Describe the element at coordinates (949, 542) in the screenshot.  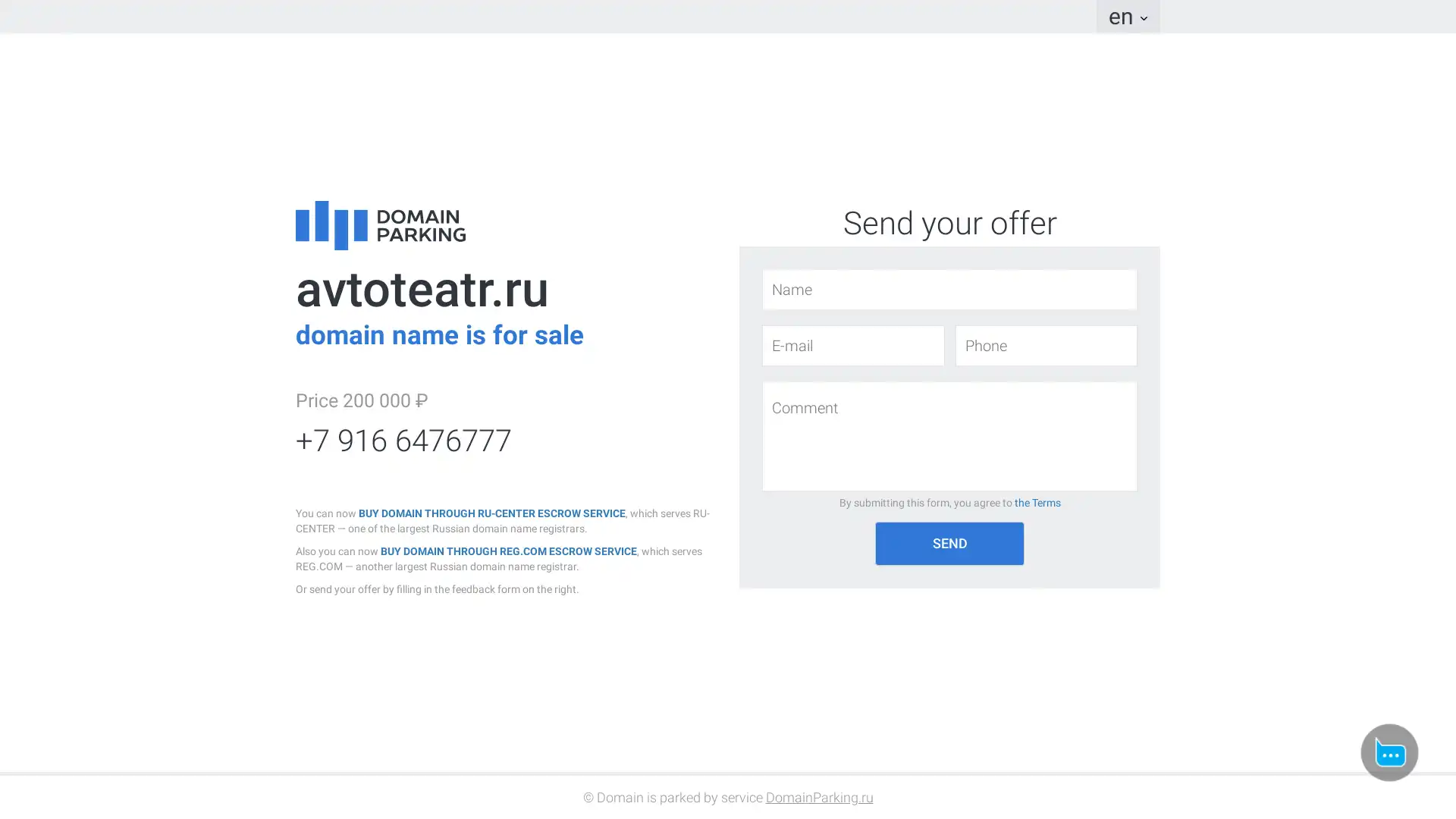
I see `SEND` at that location.